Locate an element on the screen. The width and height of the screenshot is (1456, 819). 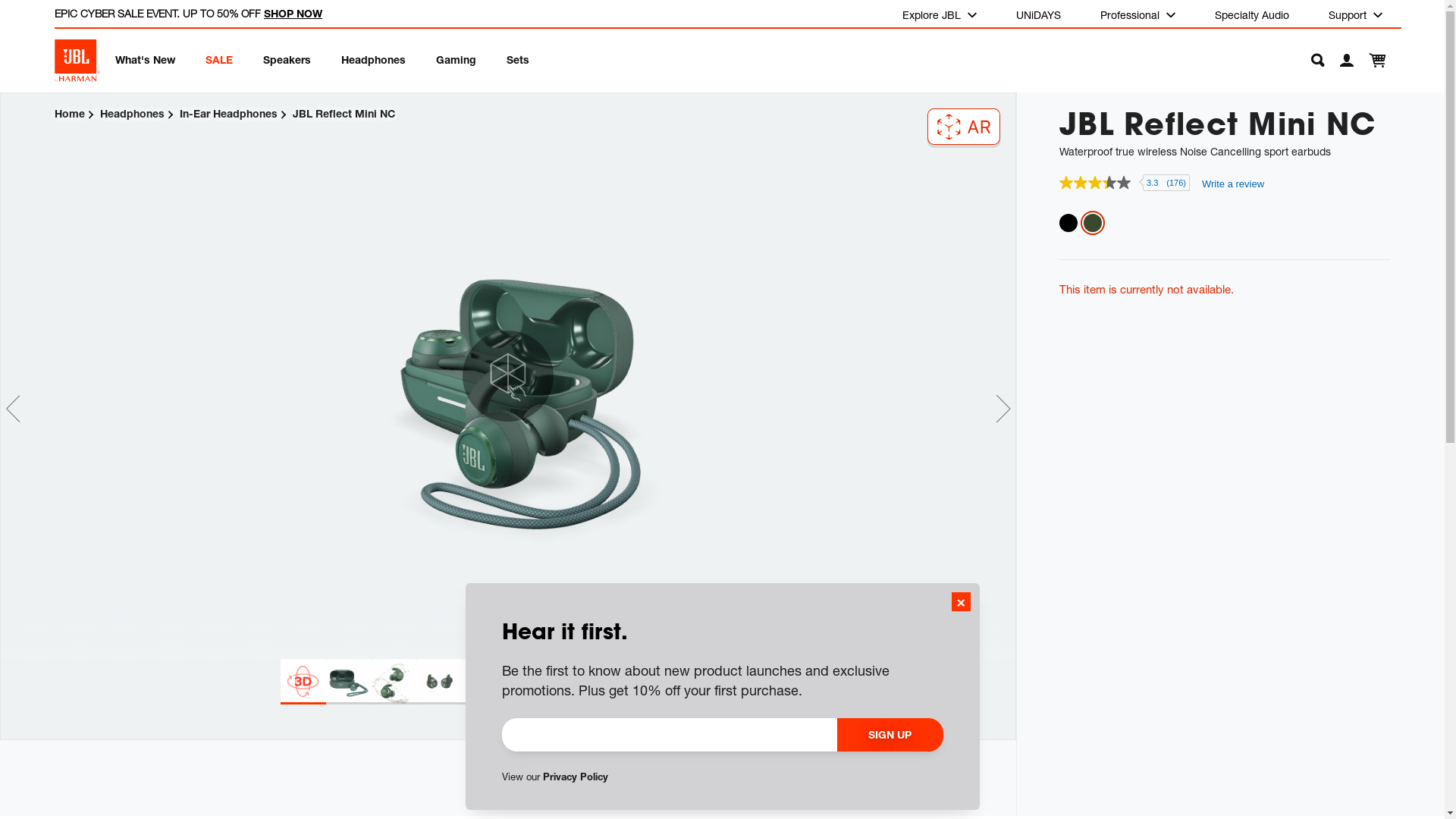
'Specialty Audio' is located at coordinates (1252, 14).